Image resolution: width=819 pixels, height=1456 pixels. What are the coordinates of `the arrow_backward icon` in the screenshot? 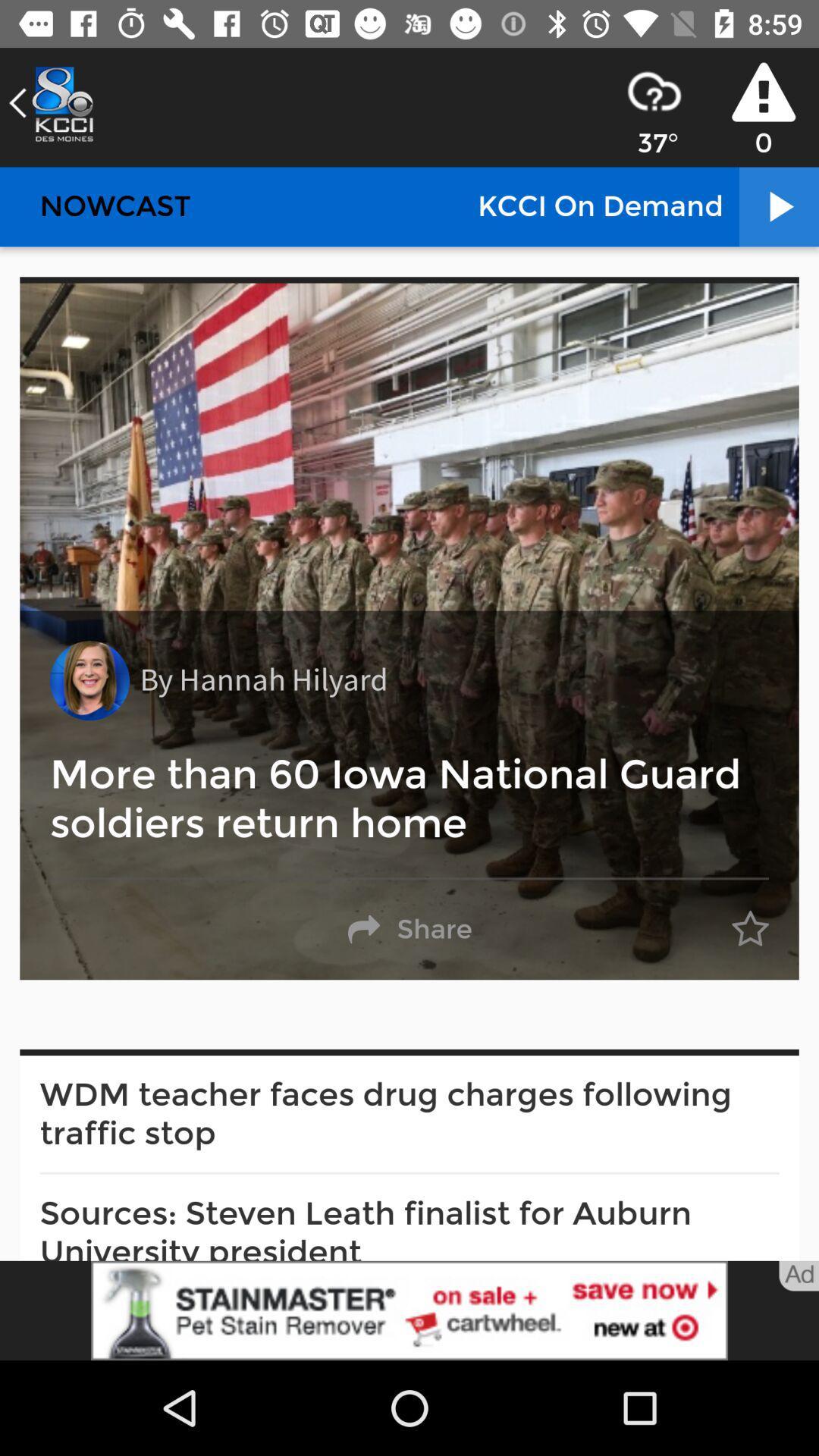 It's located at (55, 102).